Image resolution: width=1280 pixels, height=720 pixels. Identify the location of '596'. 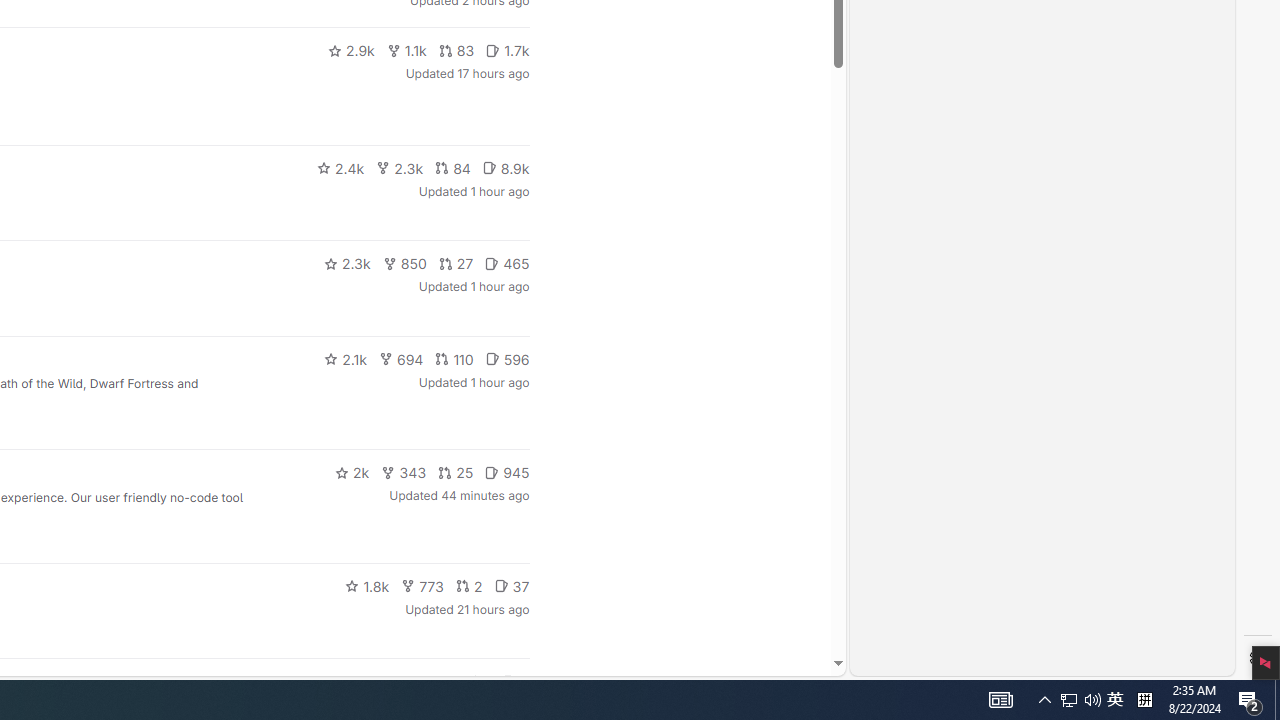
(507, 357).